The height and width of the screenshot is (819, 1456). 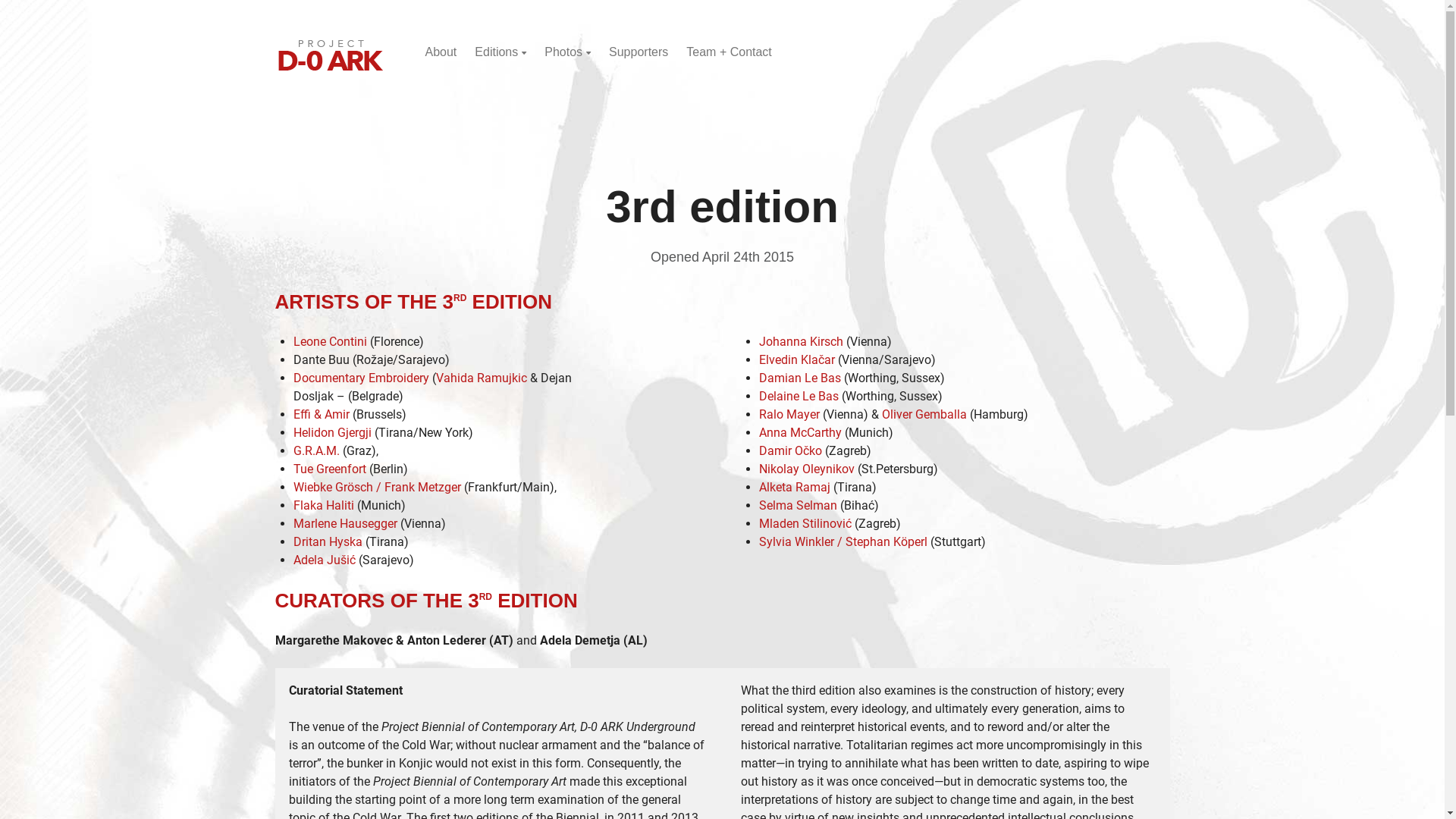 I want to click on 'Flaka Haliti', so click(x=322, y=505).